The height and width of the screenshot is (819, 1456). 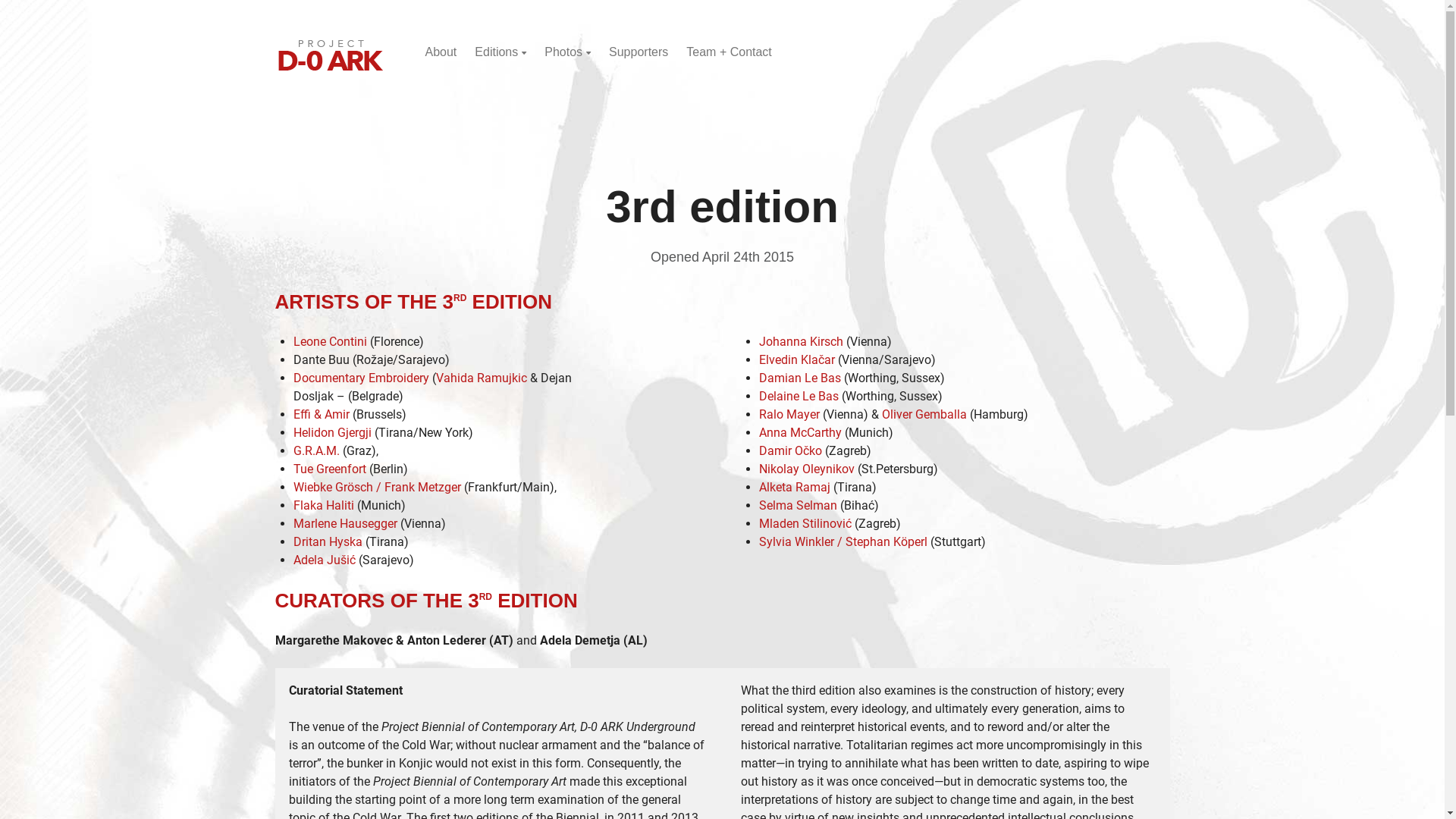 I want to click on 'Flaka Haliti', so click(x=322, y=505).